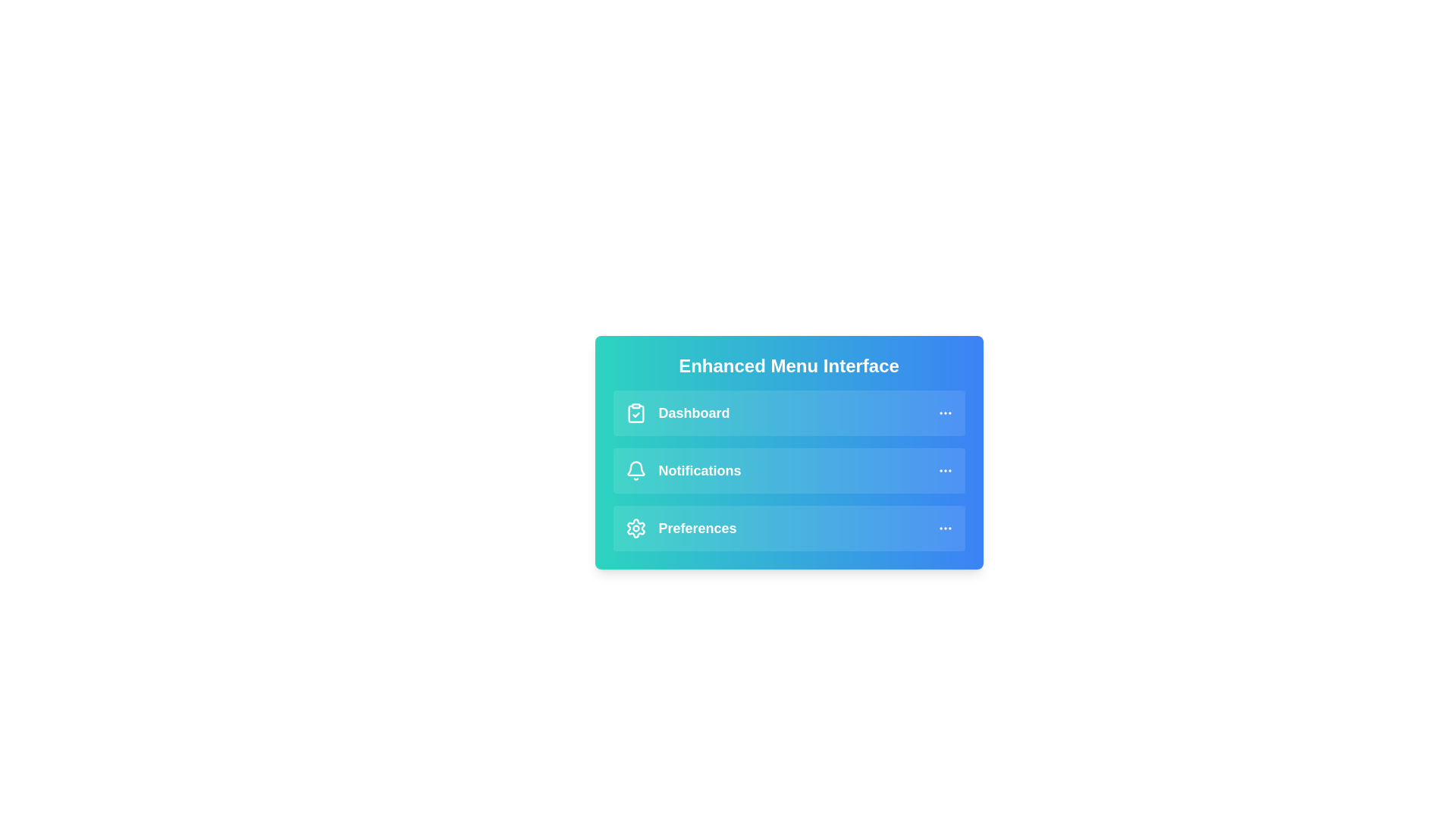 This screenshot has height=819, width=1456. I want to click on the 'Notifications' button located centrally in the vertical stack of sections between 'Dashboard' and 'Preferences', so click(789, 470).